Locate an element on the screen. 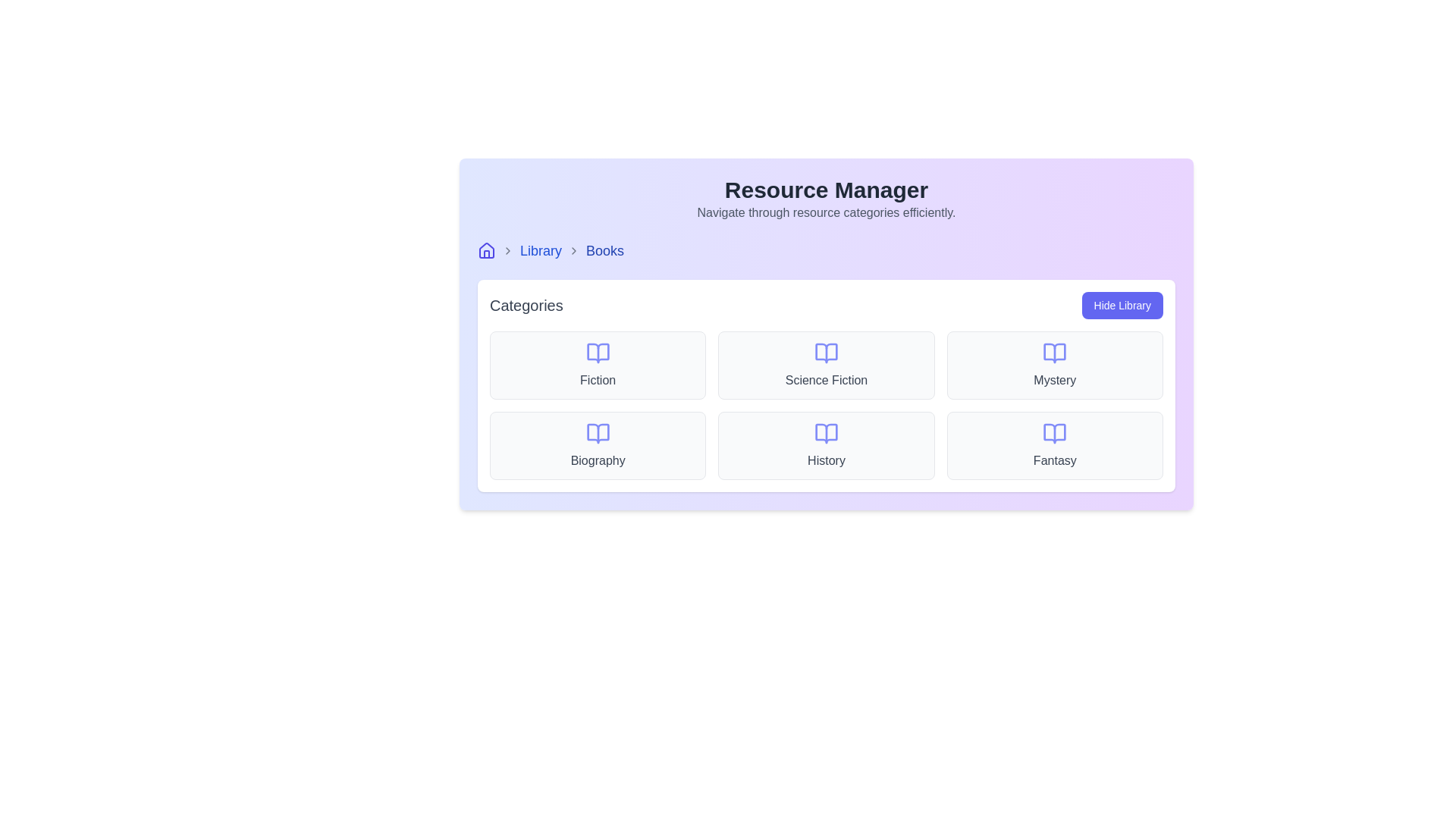 This screenshot has height=819, width=1456. the 'History' category card is located at coordinates (825, 444).